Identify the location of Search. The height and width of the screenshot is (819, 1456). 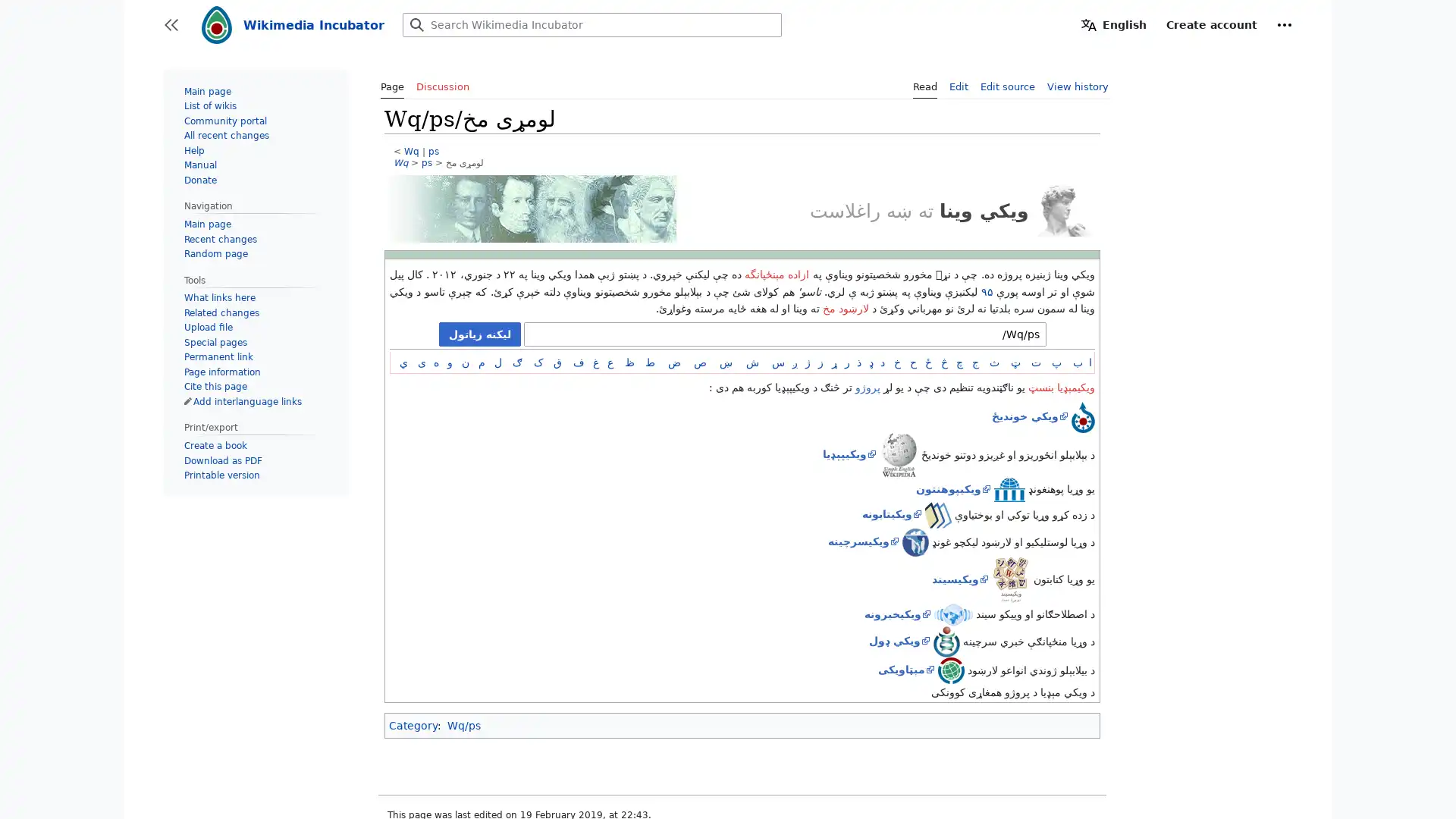
(417, 25).